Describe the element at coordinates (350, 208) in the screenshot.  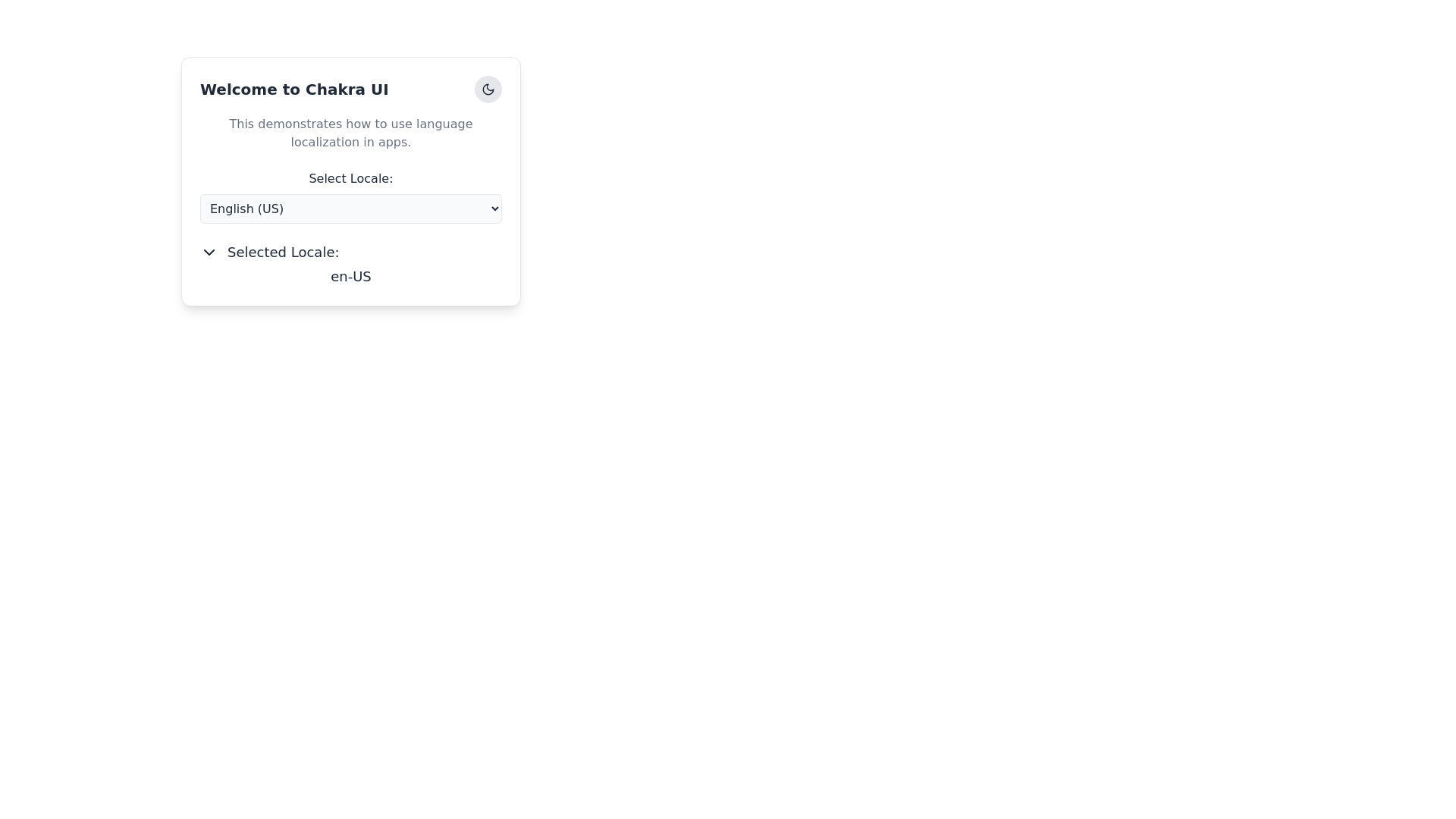
I see `the Dropdown menu located directly below the label 'Select Locale:'` at that location.